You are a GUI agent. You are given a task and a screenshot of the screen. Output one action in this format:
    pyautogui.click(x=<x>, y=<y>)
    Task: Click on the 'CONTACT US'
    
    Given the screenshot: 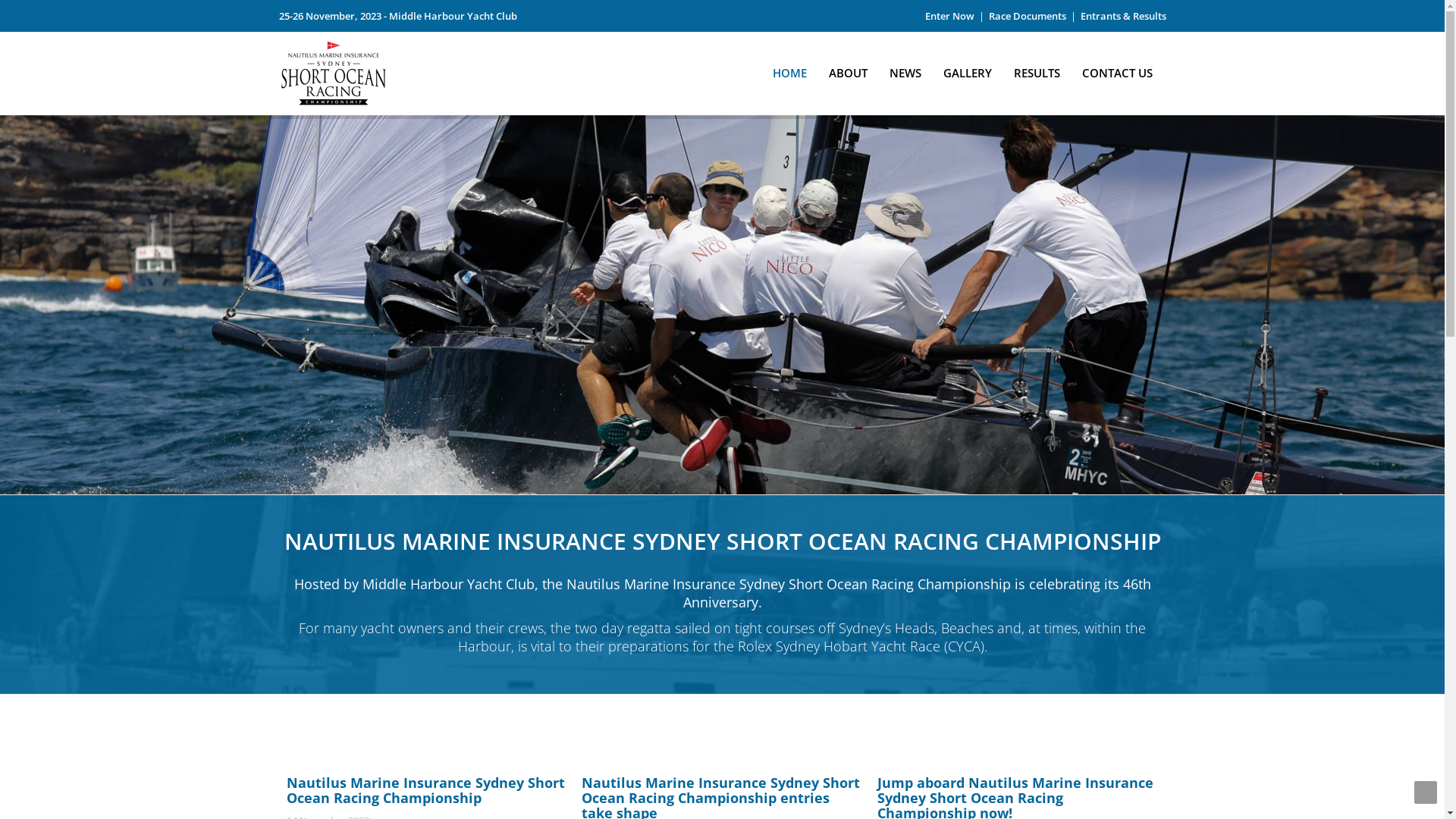 What is the action you would take?
    pyautogui.click(x=1072, y=68)
    